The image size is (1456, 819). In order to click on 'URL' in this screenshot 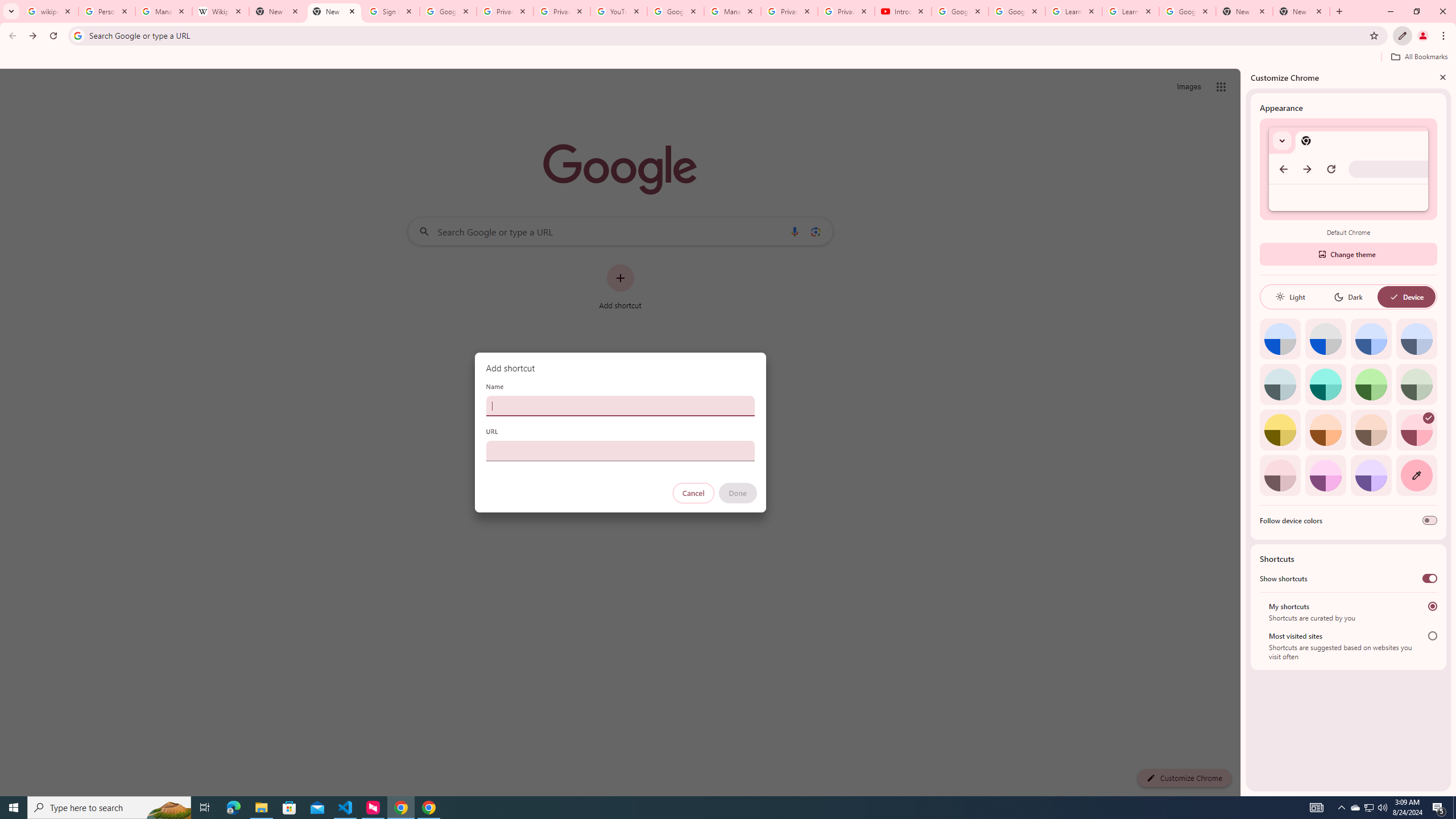, I will do `click(619, 450)`.